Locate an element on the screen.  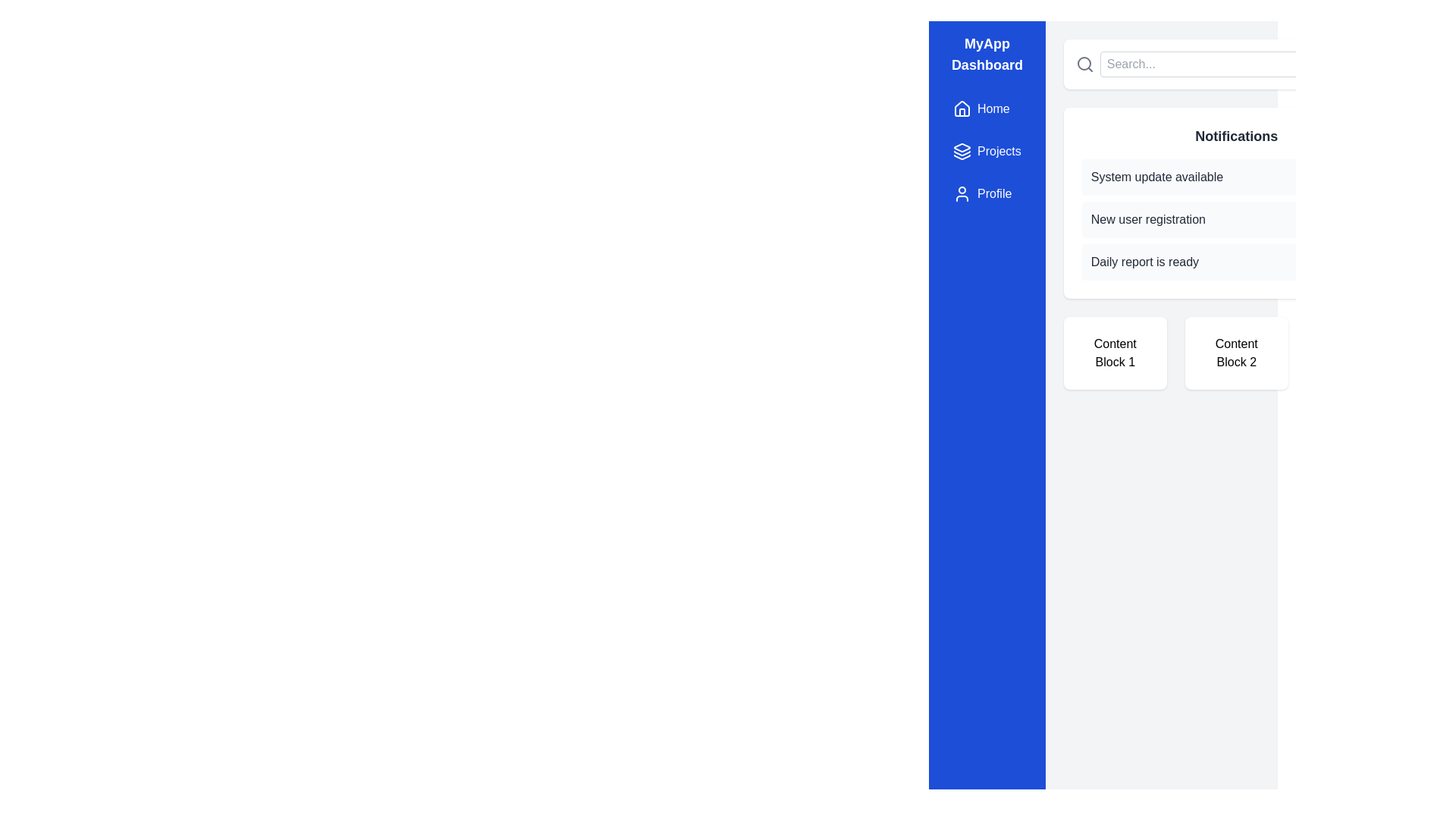
the 'MyApp Dashboard' label, which is styled in bold and large font and located at the top of the blue sidebar section is located at coordinates (987, 54).